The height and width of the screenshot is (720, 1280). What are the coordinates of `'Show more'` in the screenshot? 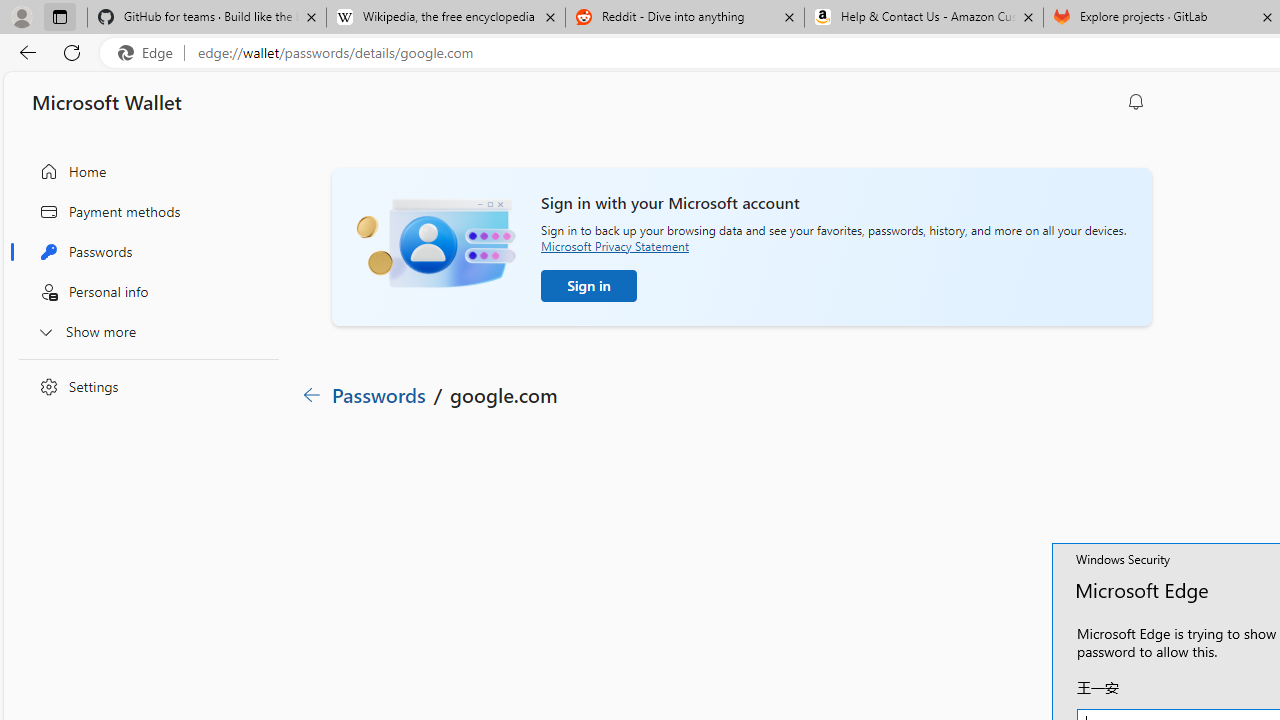 It's located at (143, 330).